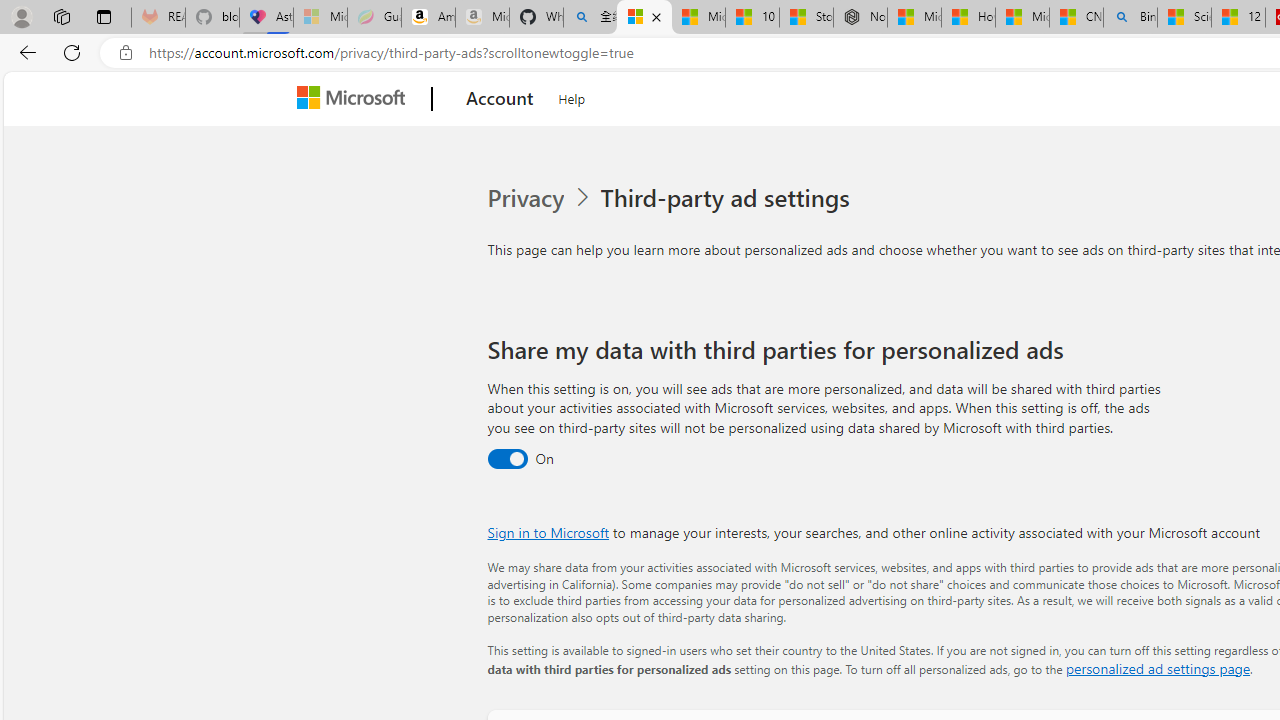  I want to click on 'personalized ad settings page', so click(1157, 668).